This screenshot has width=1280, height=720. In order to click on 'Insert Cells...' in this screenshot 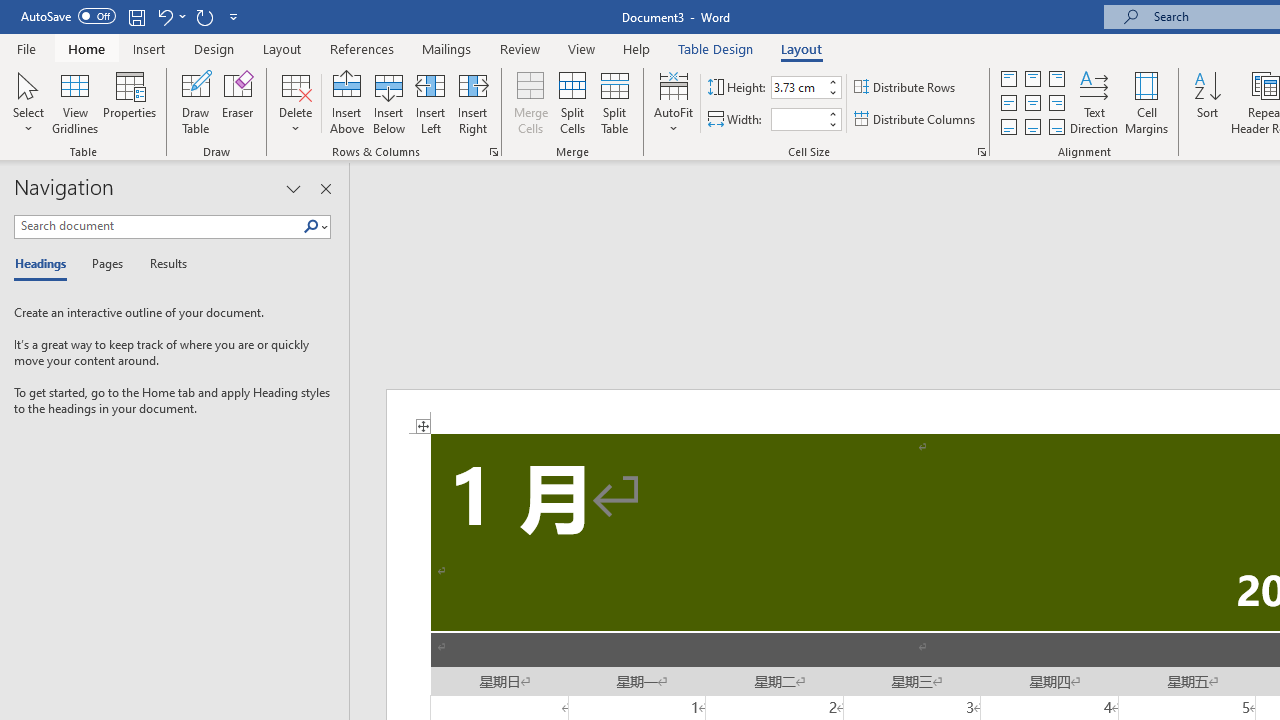, I will do `click(494, 150)`.